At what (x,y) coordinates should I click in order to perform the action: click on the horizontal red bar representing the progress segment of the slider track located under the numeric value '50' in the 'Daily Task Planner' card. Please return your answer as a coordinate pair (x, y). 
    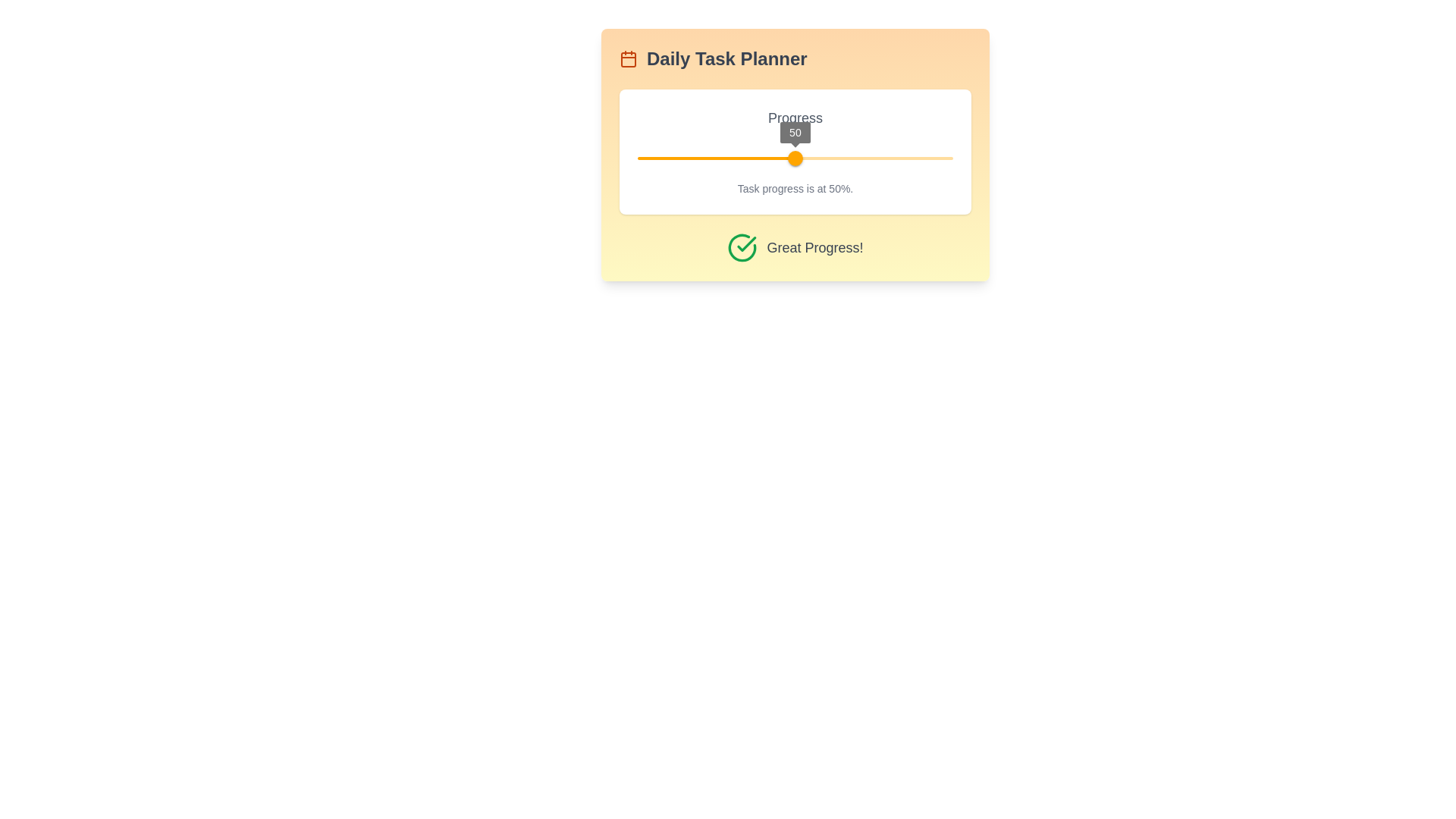
    Looking at the image, I should click on (716, 158).